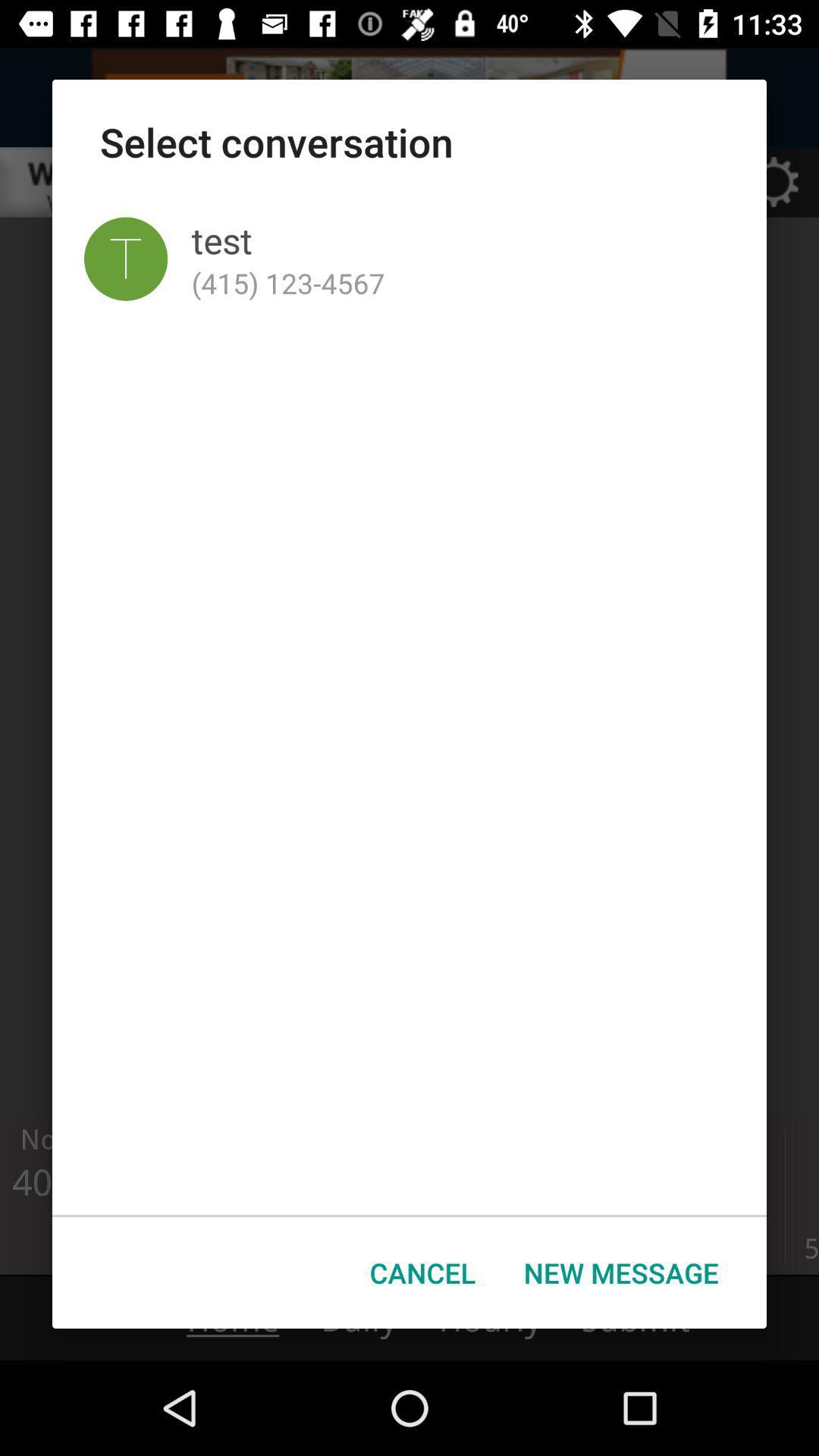  What do you see at coordinates (422, 1272) in the screenshot?
I see `cancel item` at bounding box center [422, 1272].